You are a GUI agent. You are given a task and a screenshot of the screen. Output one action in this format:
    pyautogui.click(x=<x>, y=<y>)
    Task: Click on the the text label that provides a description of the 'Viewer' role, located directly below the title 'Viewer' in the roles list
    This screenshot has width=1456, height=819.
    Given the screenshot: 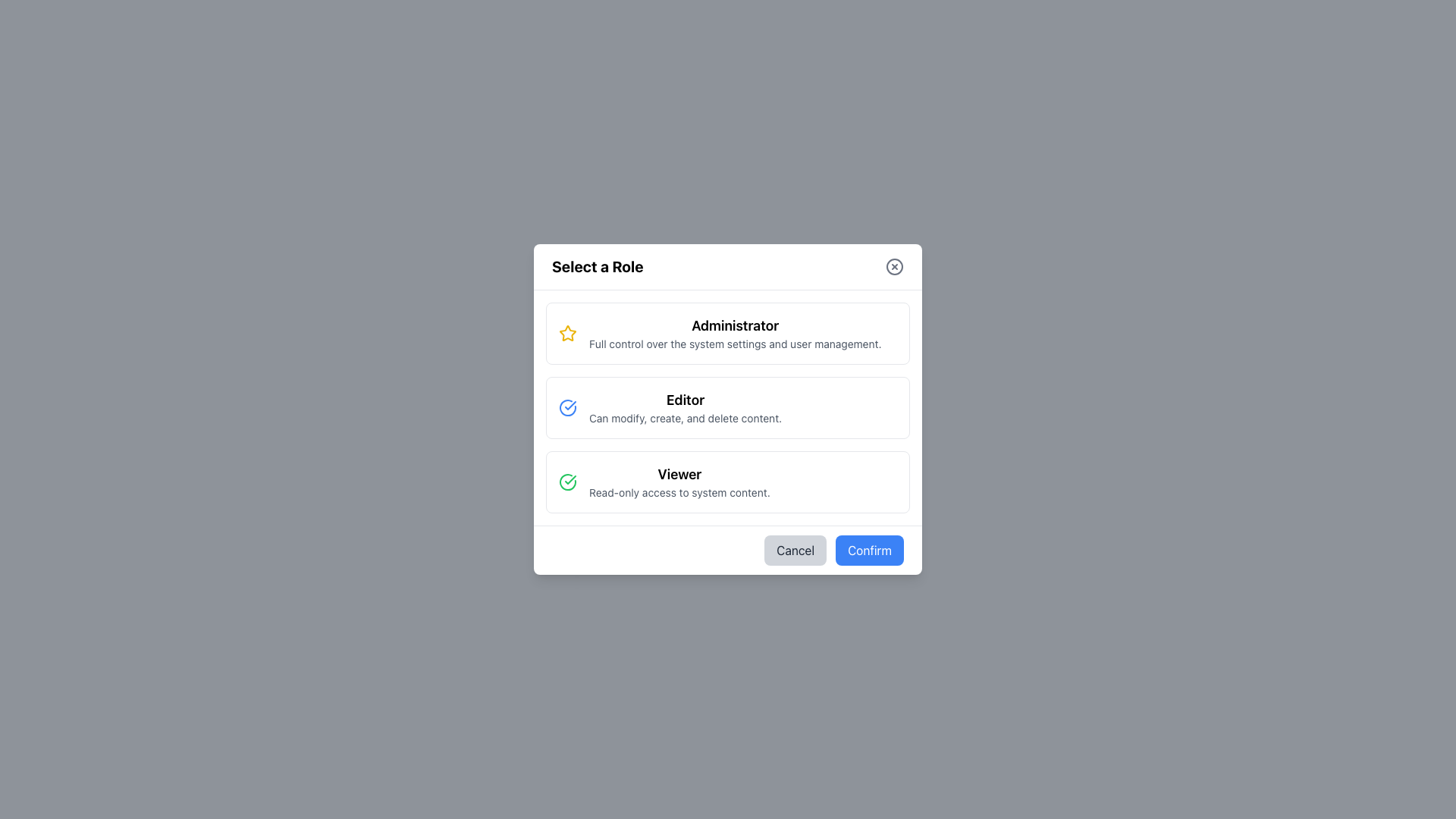 What is the action you would take?
    pyautogui.click(x=679, y=493)
    